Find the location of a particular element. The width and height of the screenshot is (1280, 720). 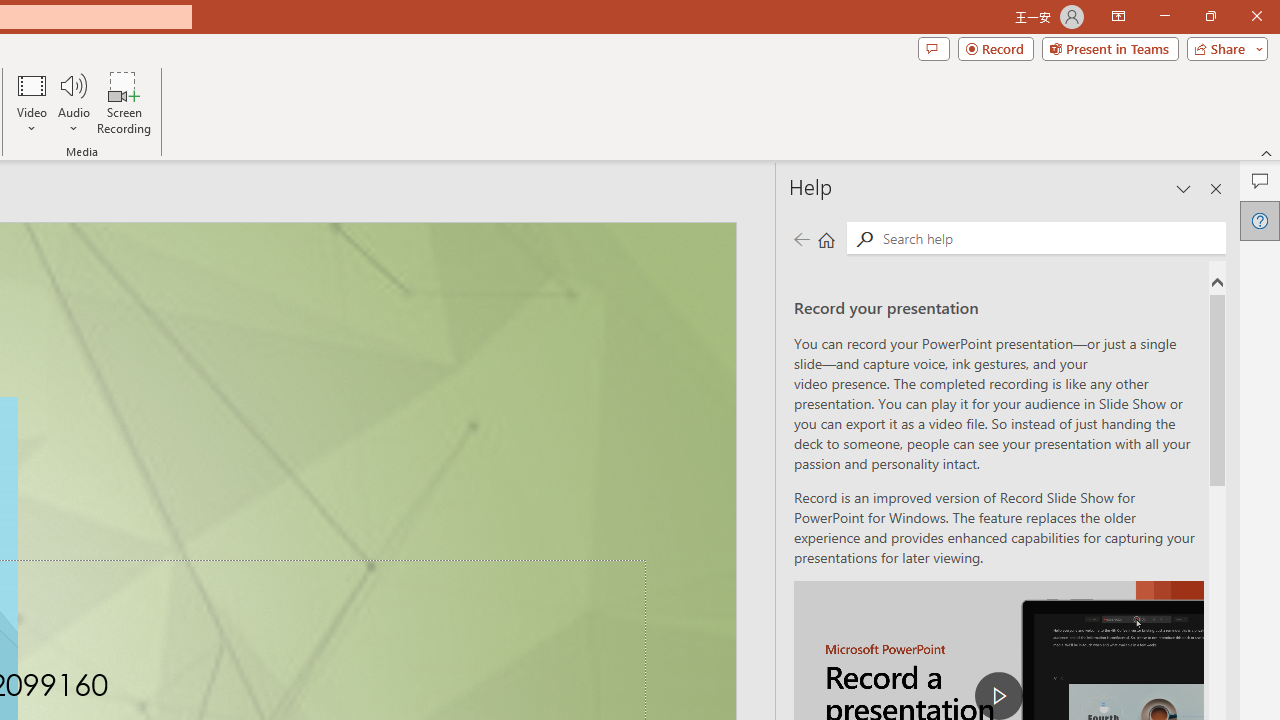

'Present in Teams' is located at coordinates (1109, 47).